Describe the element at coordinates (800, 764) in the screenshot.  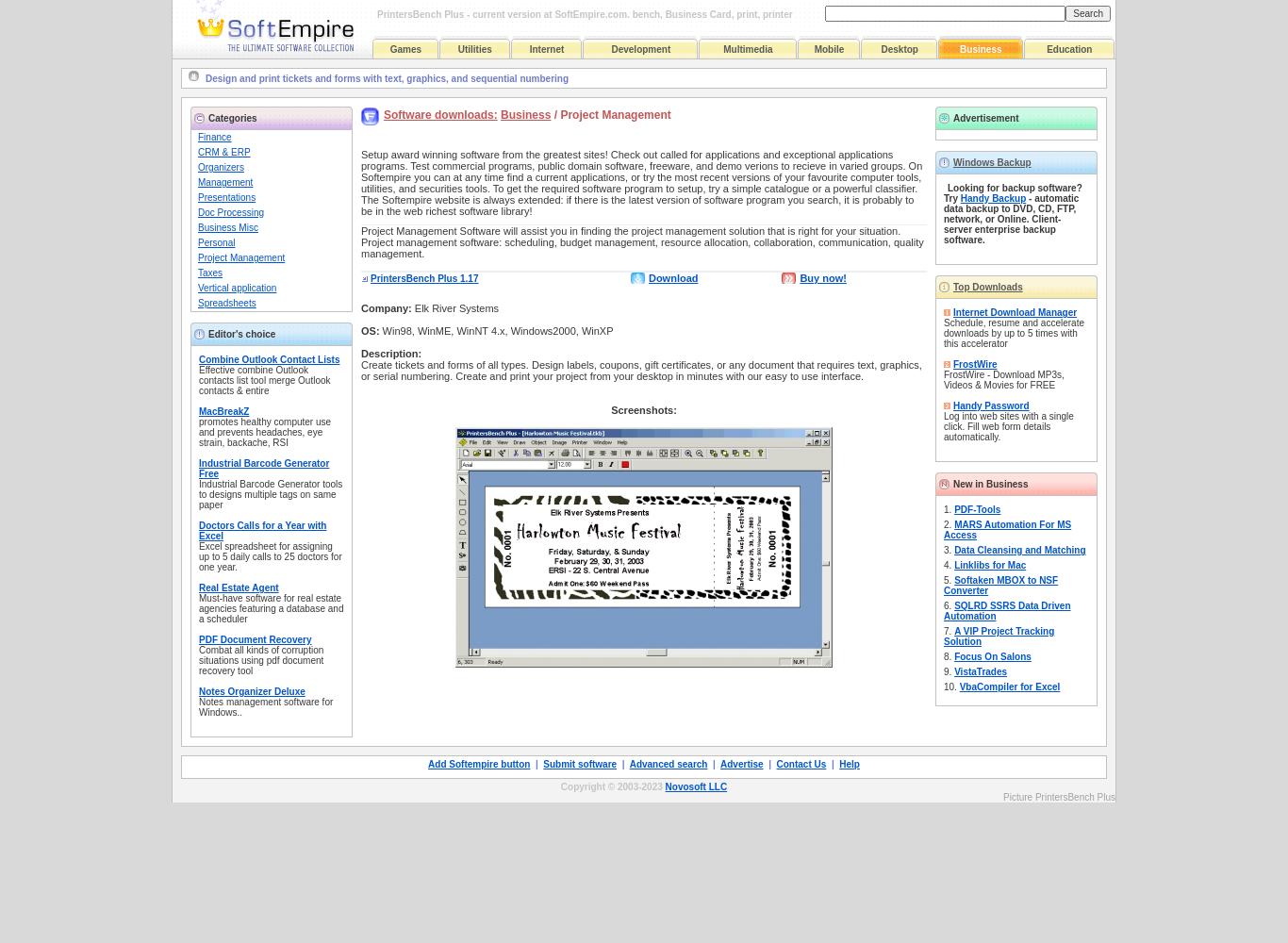
I see `'Contact Us'` at that location.